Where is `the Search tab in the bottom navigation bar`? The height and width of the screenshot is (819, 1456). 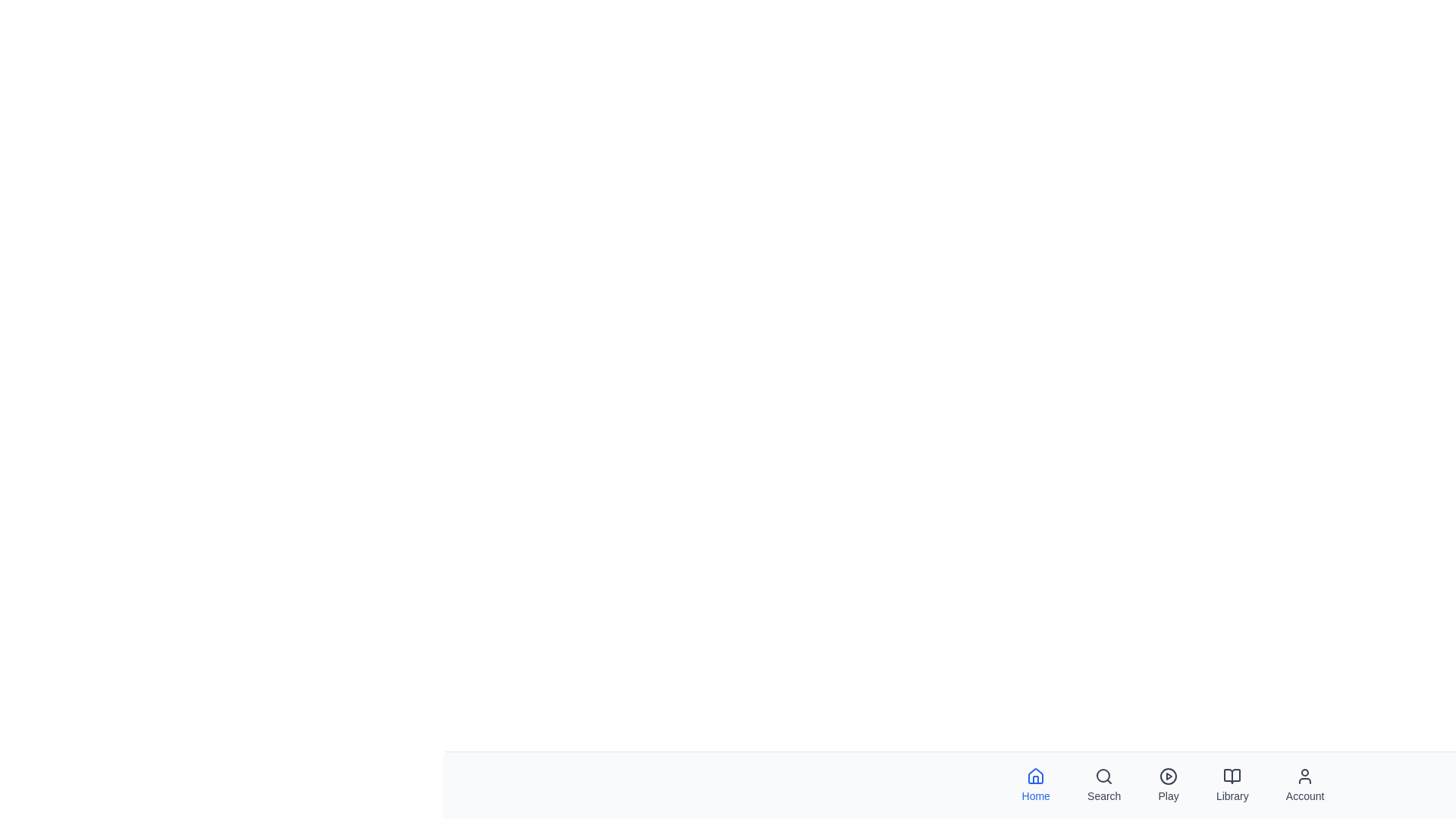 the Search tab in the bottom navigation bar is located at coordinates (1104, 785).